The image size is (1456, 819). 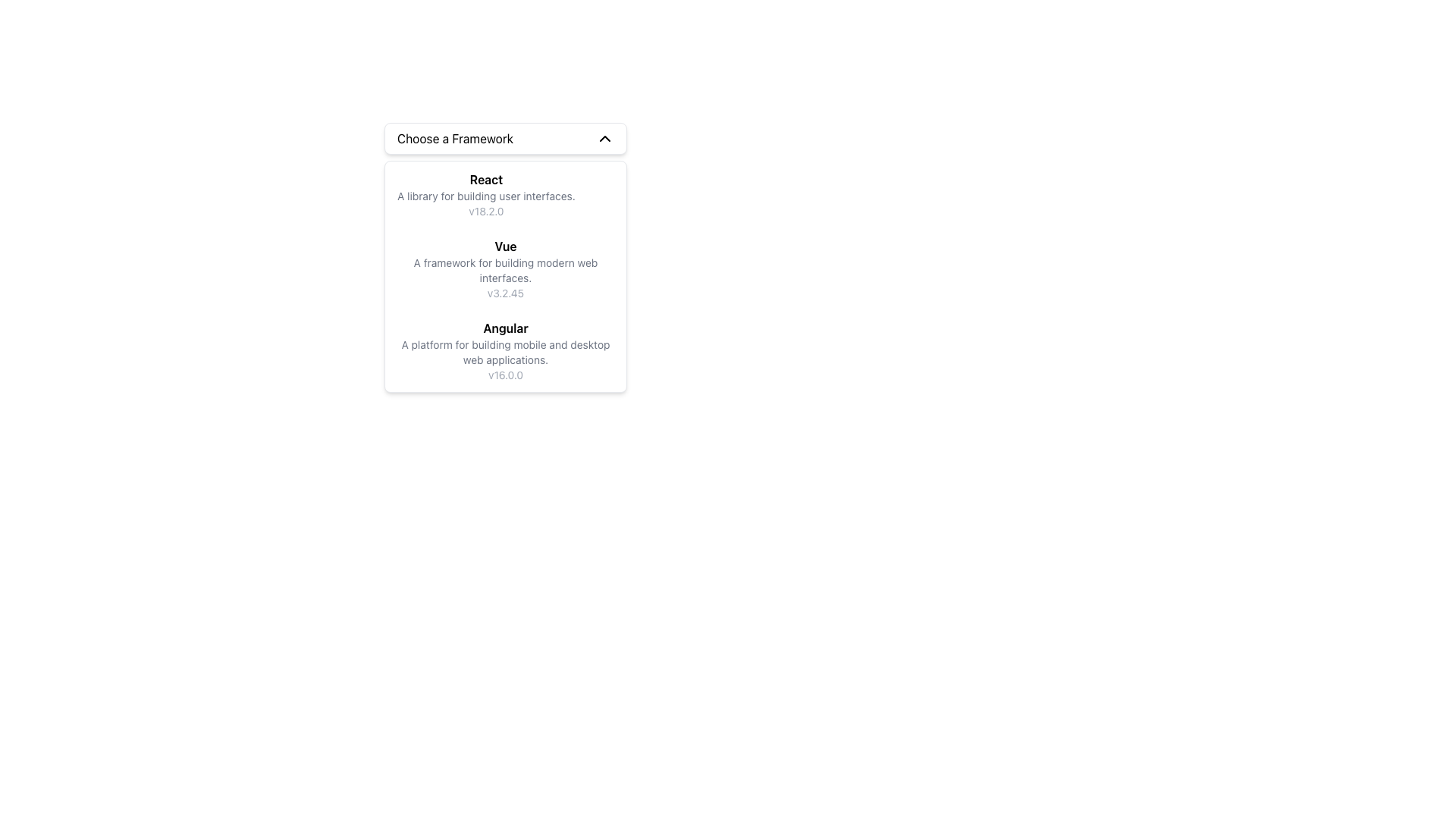 I want to click on the chevron icon located on the rightmost side of the header for the 'Choose a Framework' dropdown menu, so click(x=604, y=138).